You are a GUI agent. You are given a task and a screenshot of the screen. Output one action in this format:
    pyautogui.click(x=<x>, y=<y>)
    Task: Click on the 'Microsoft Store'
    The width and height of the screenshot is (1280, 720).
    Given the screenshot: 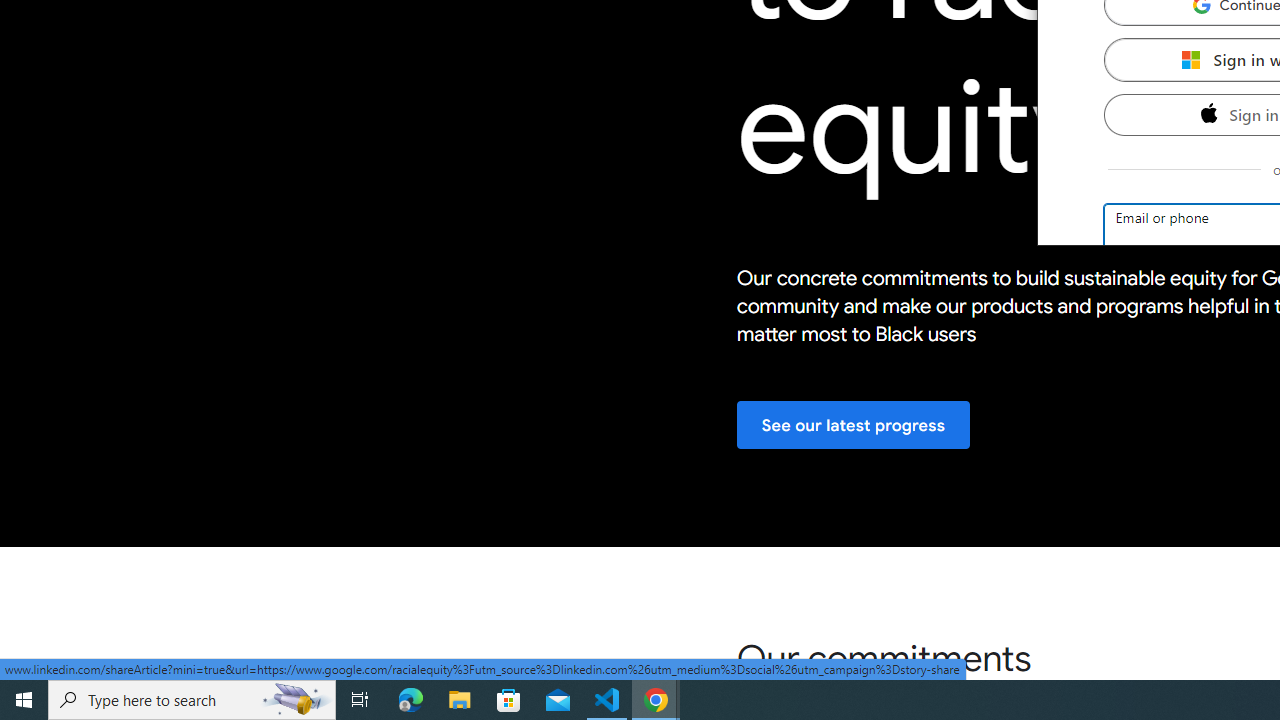 What is the action you would take?
    pyautogui.click(x=509, y=698)
    